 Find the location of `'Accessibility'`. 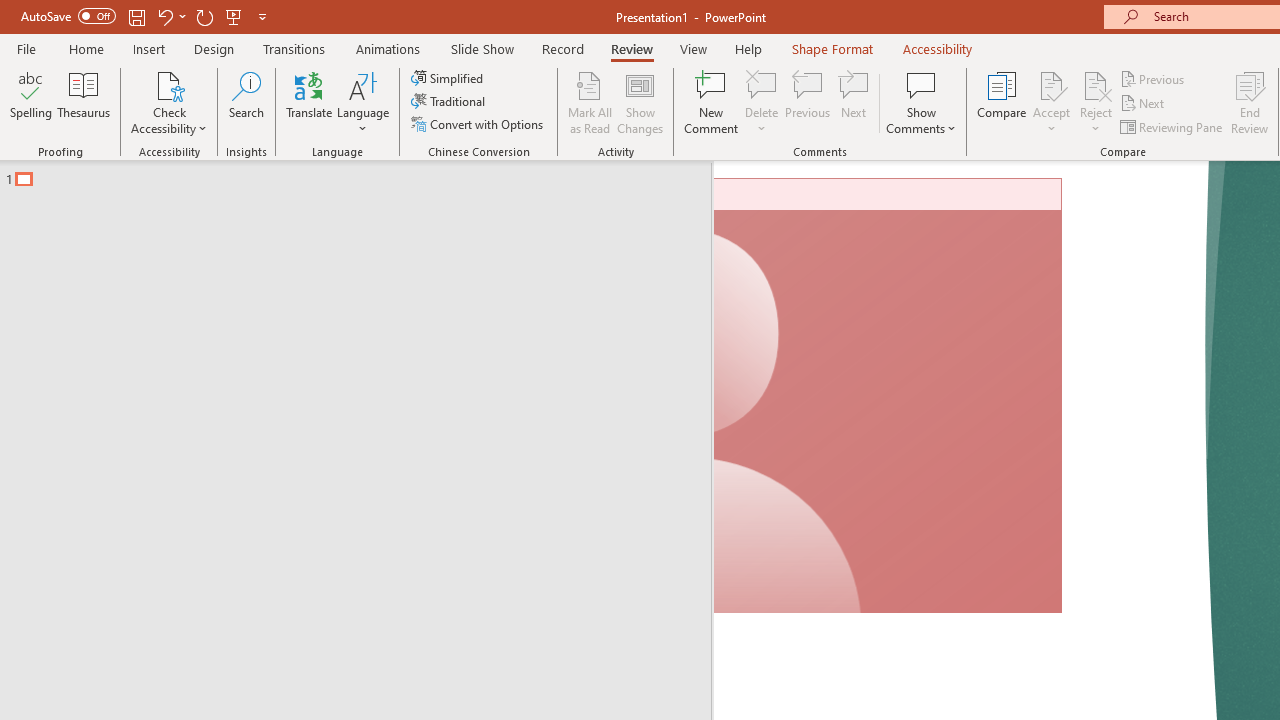

'Accessibility' is located at coordinates (937, 48).